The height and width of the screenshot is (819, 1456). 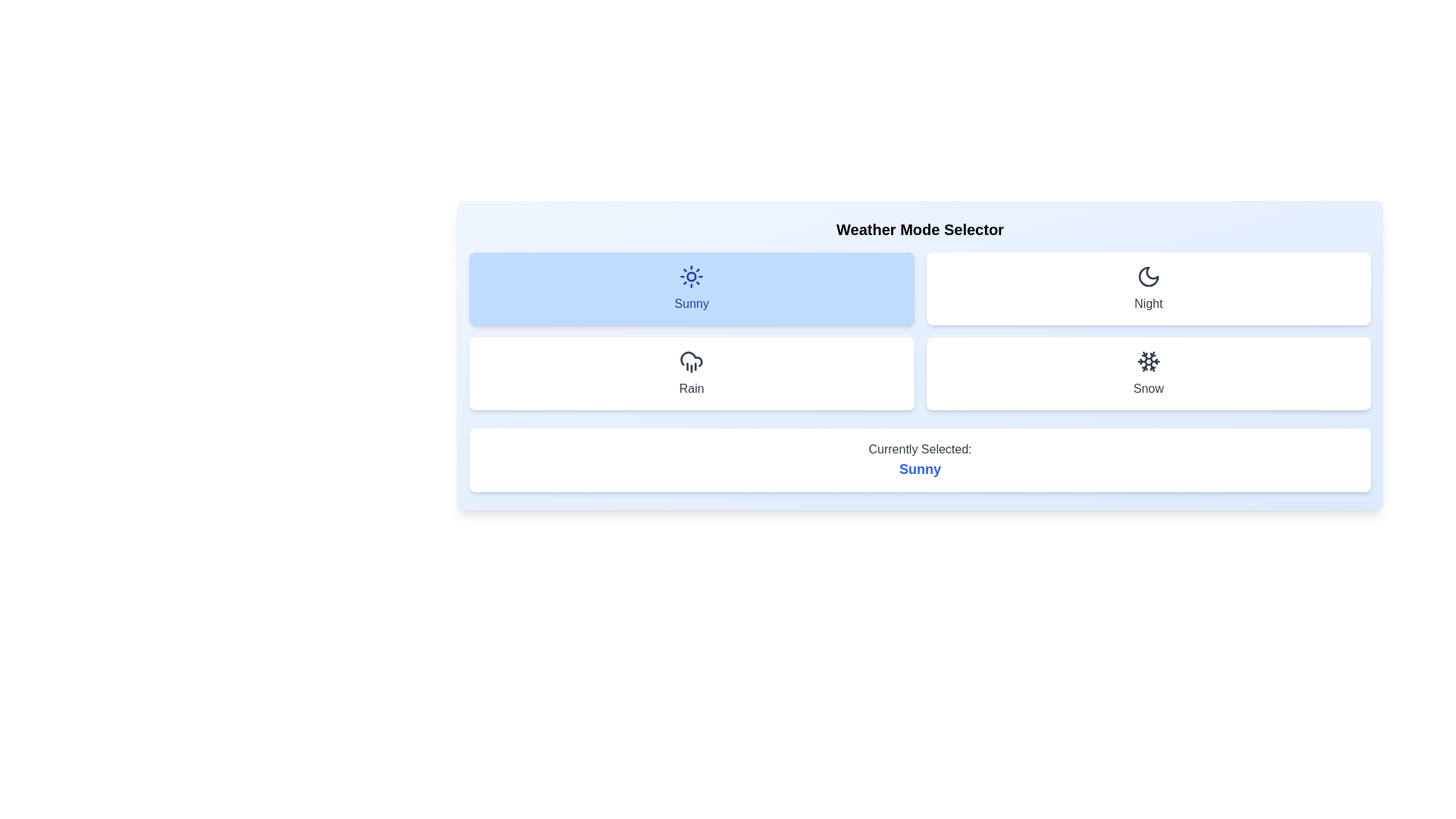 What do you see at coordinates (691, 289) in the screenshot?
I see `the weather option Sunny` at bounding box center [691, 289].